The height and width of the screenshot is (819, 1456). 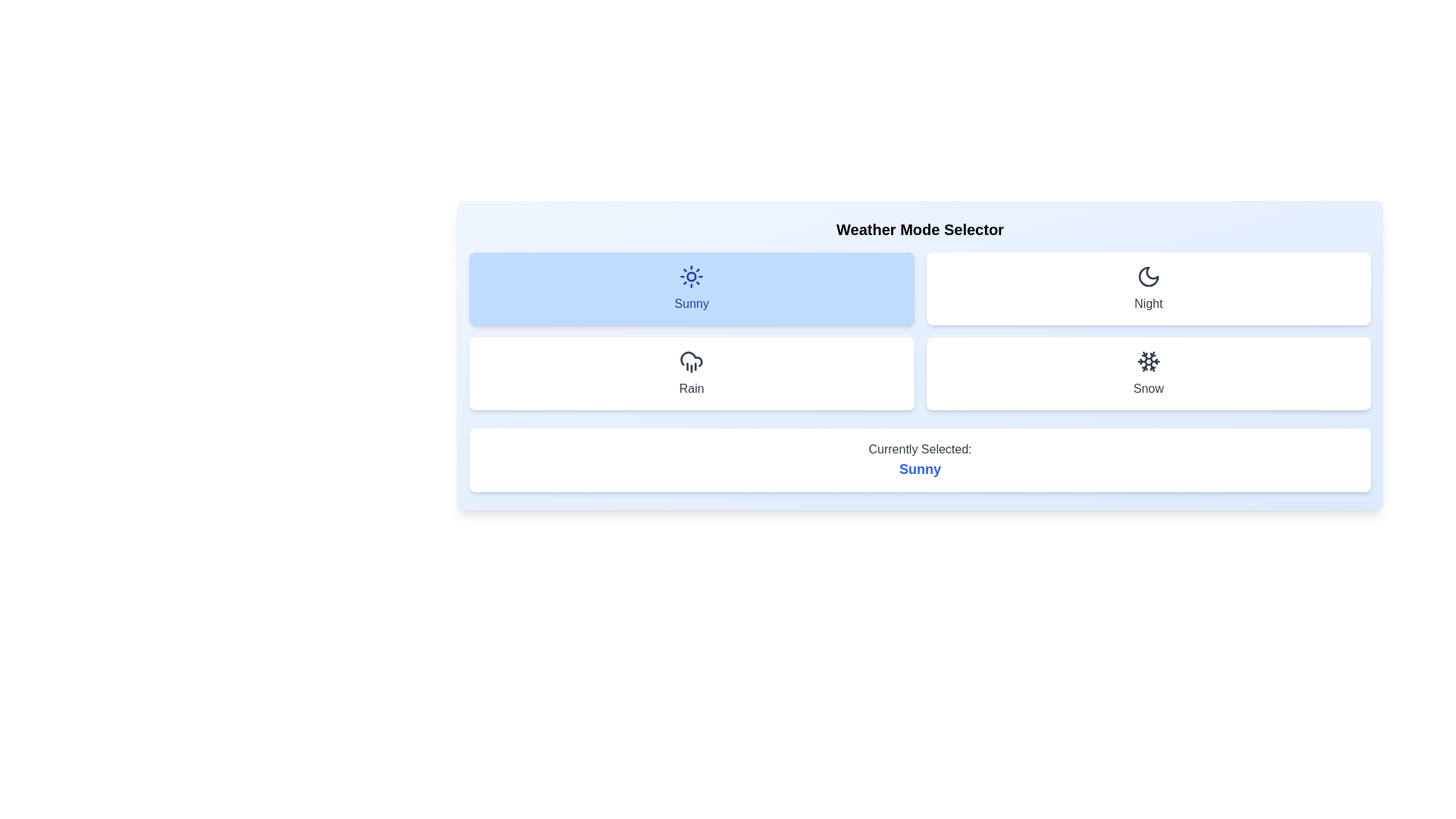 What do you see at coordinates (691, 289) in the screenshot?
I see `the weather option Sunny` at bounding box center [691, 289].